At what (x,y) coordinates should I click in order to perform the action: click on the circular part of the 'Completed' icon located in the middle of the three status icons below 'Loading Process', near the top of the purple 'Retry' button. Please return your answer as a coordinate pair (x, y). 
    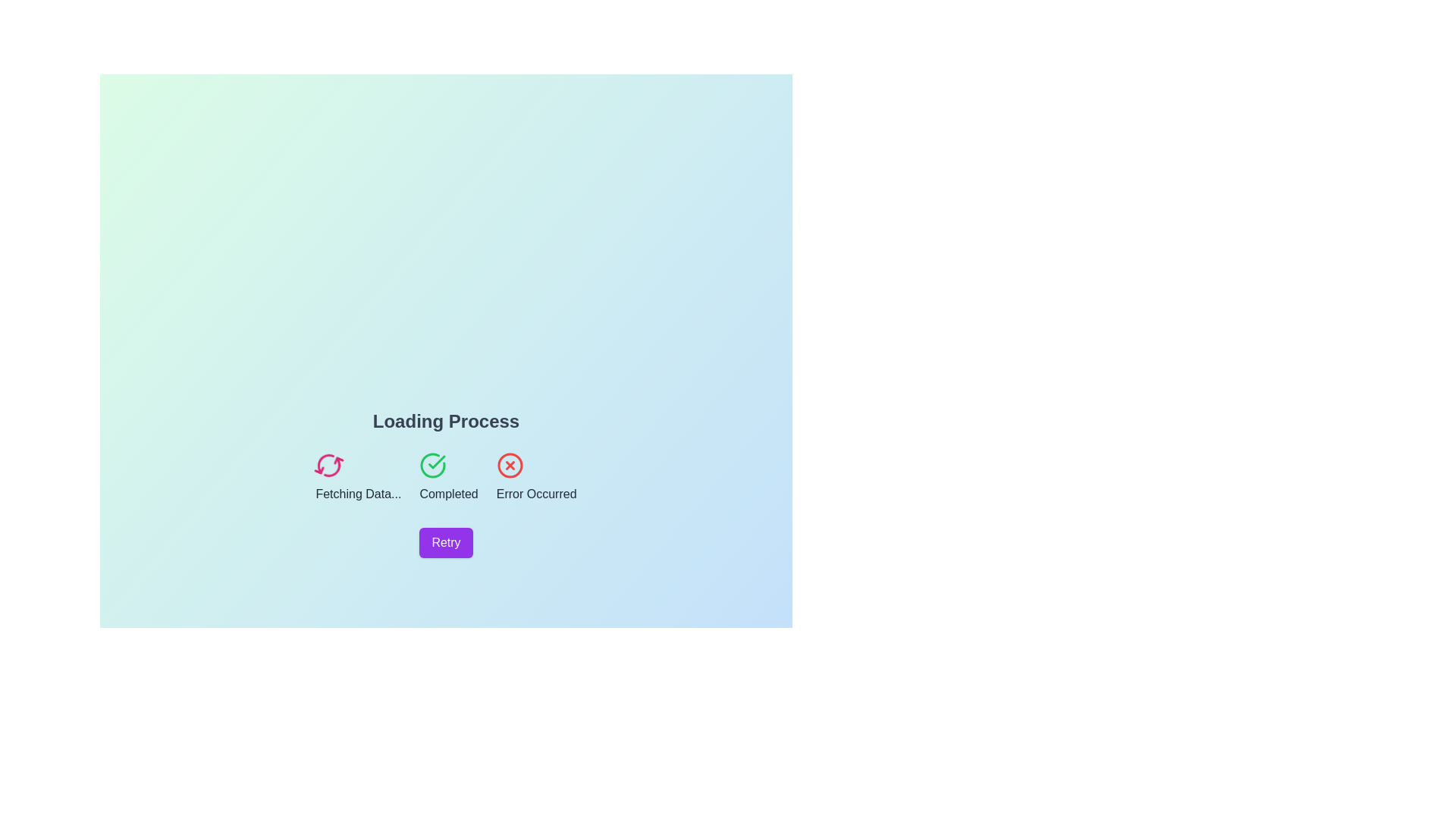
    Looking at the image, I should click on (432, 464).